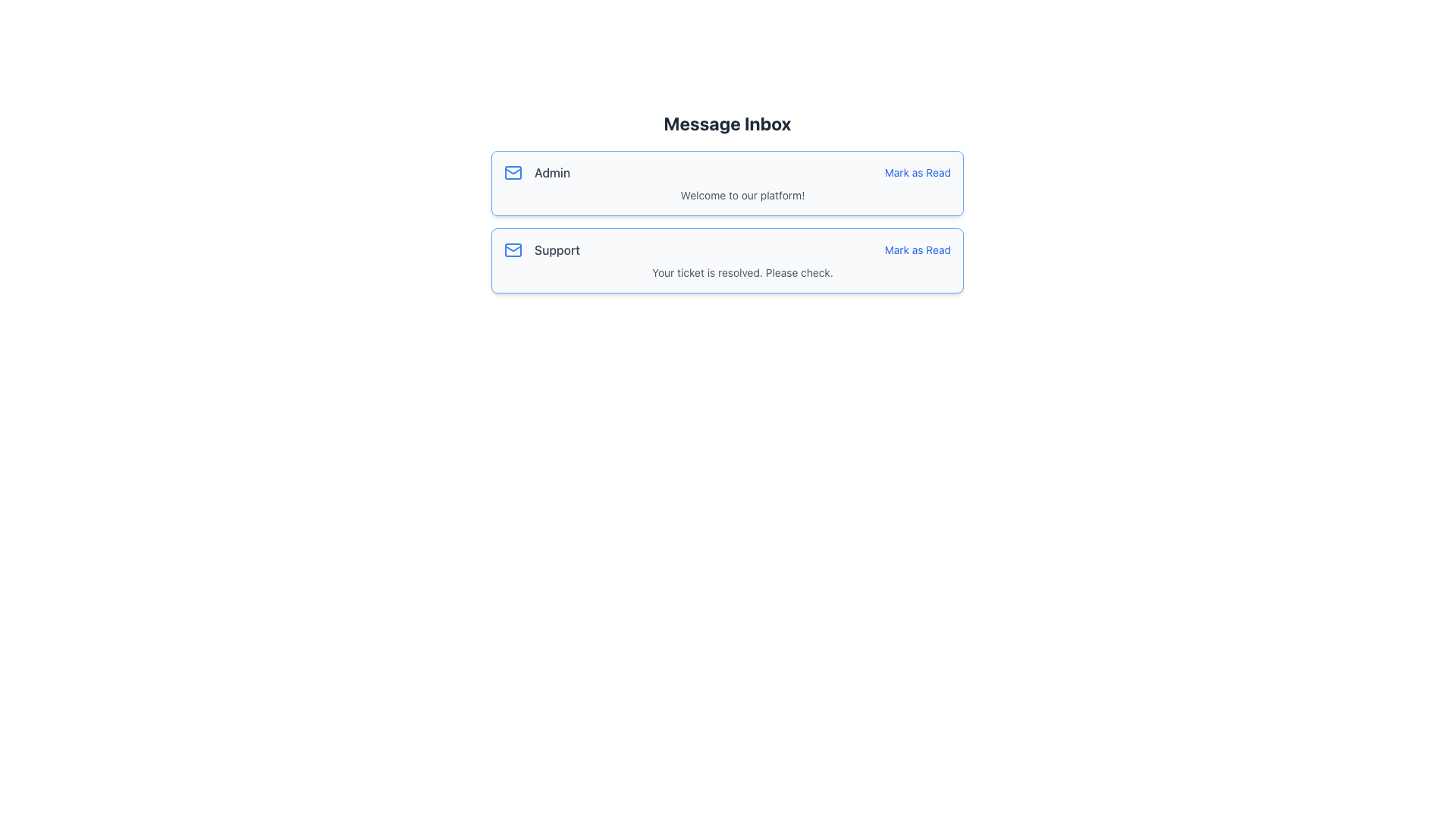 The height and width of the screenshot is (819, 1456). I want to click on the Text Label, which serves as the title for the section and is positioned above the message items in the central content area, so click(726, 122).